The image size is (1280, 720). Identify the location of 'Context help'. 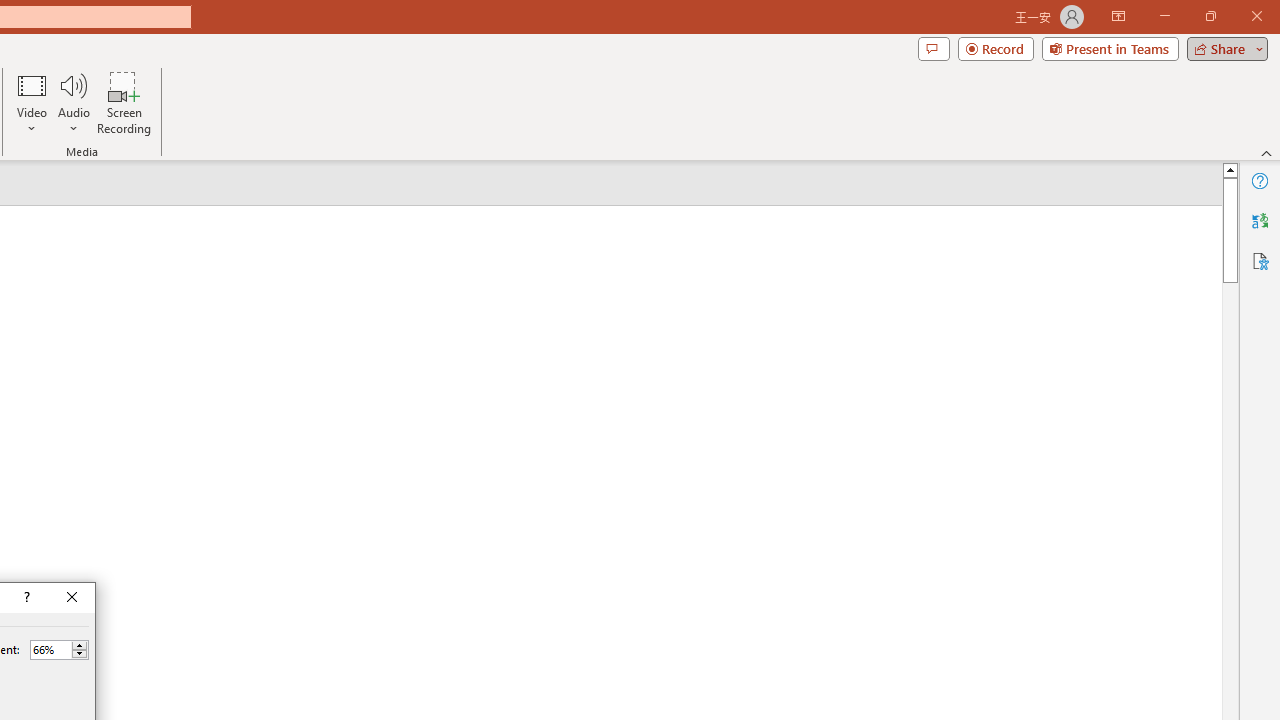
(25, 596).